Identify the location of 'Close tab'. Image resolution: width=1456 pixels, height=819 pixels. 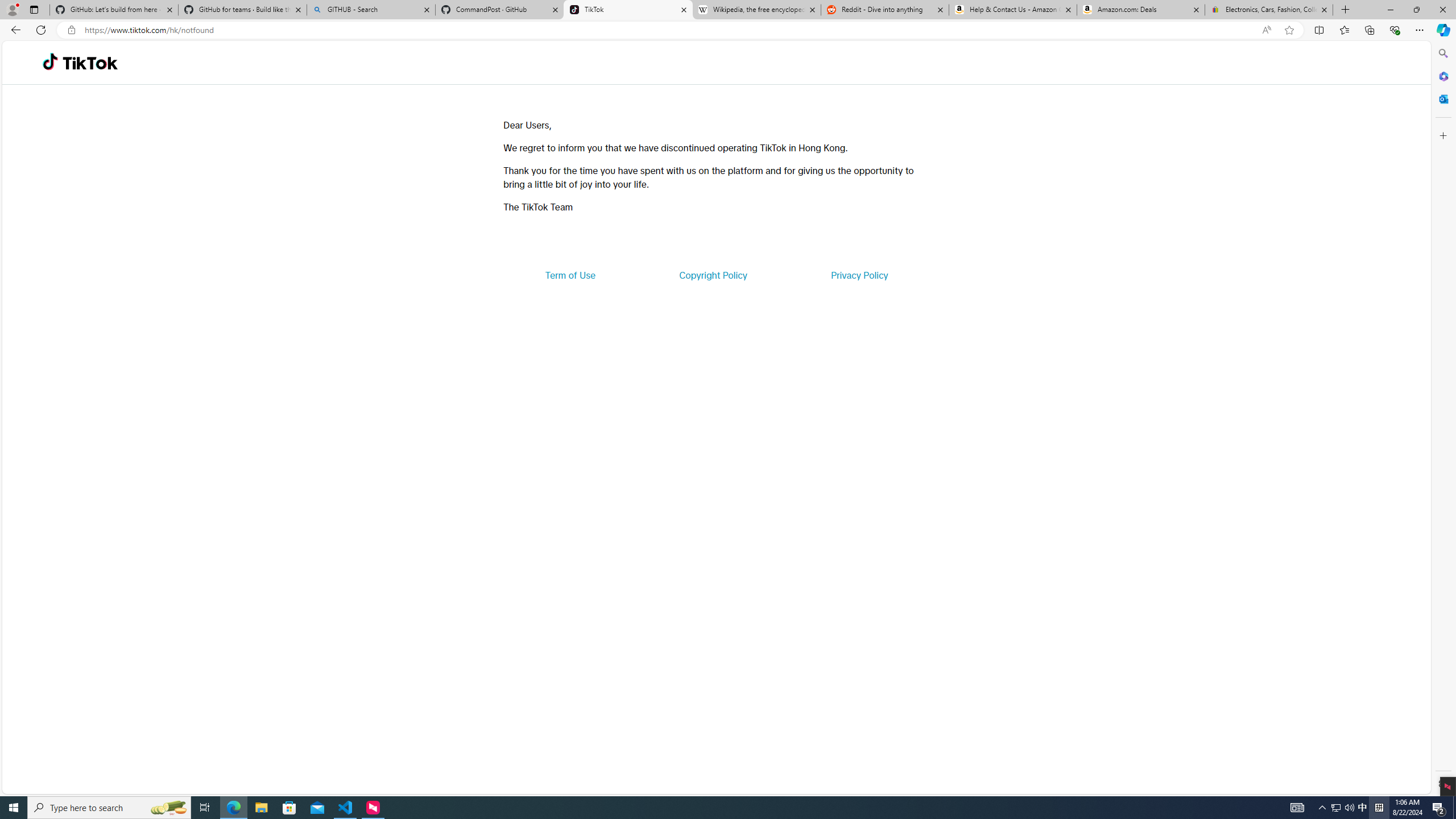
(1323, 9).